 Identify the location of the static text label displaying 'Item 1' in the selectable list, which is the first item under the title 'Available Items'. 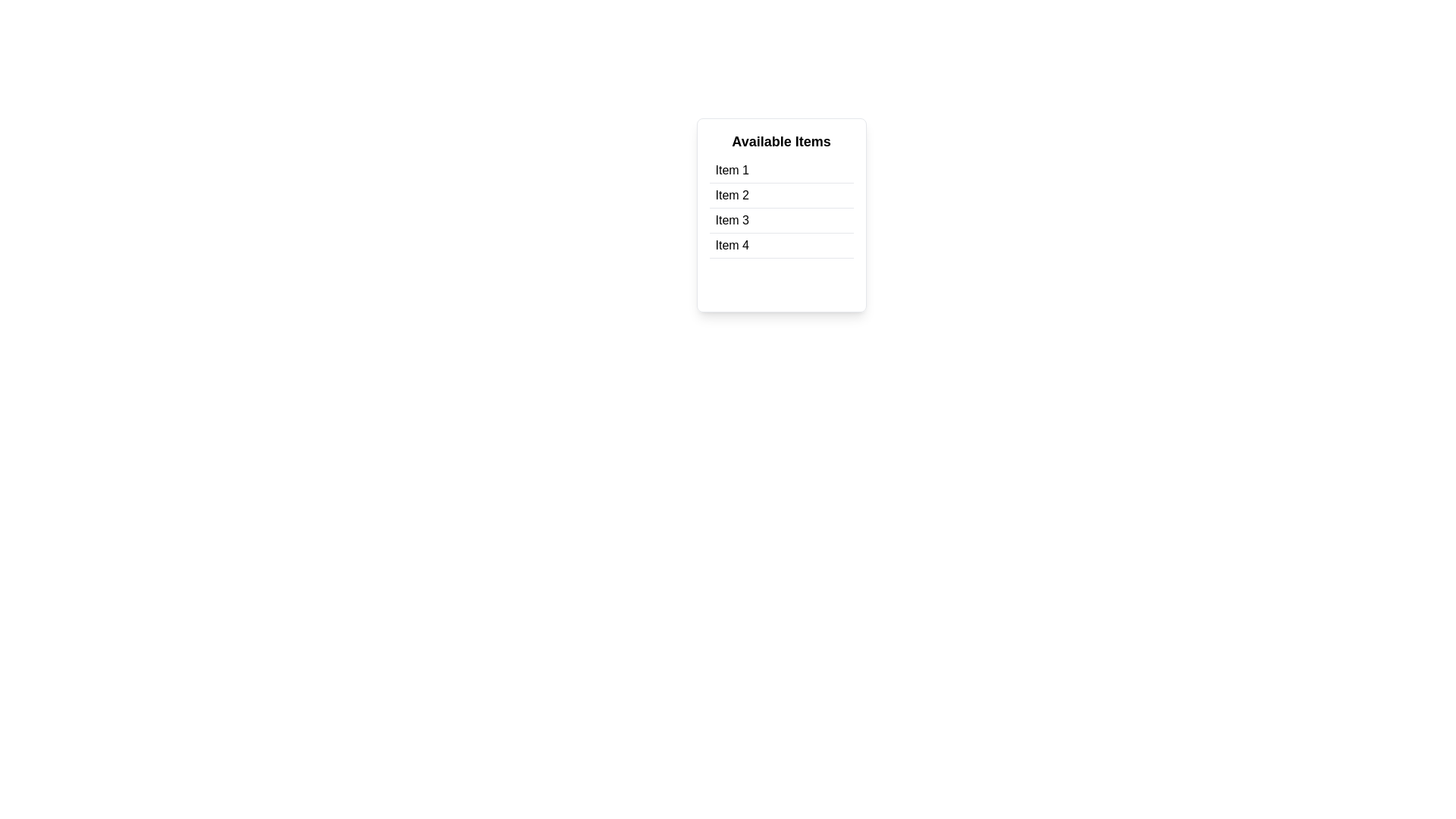
(732, 170).